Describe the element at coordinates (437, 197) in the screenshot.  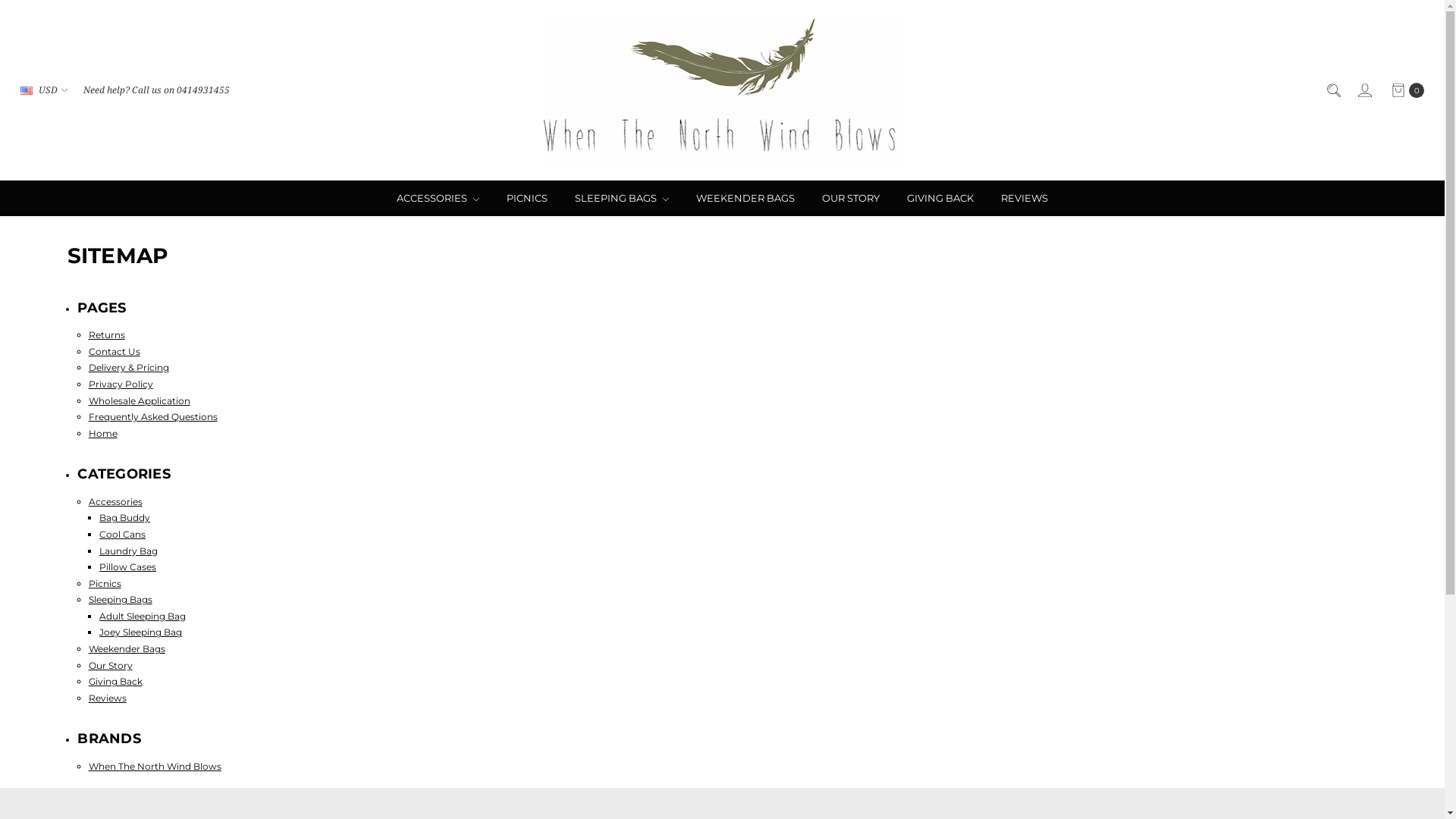
I see `'ACCESSORIES'` at that location.